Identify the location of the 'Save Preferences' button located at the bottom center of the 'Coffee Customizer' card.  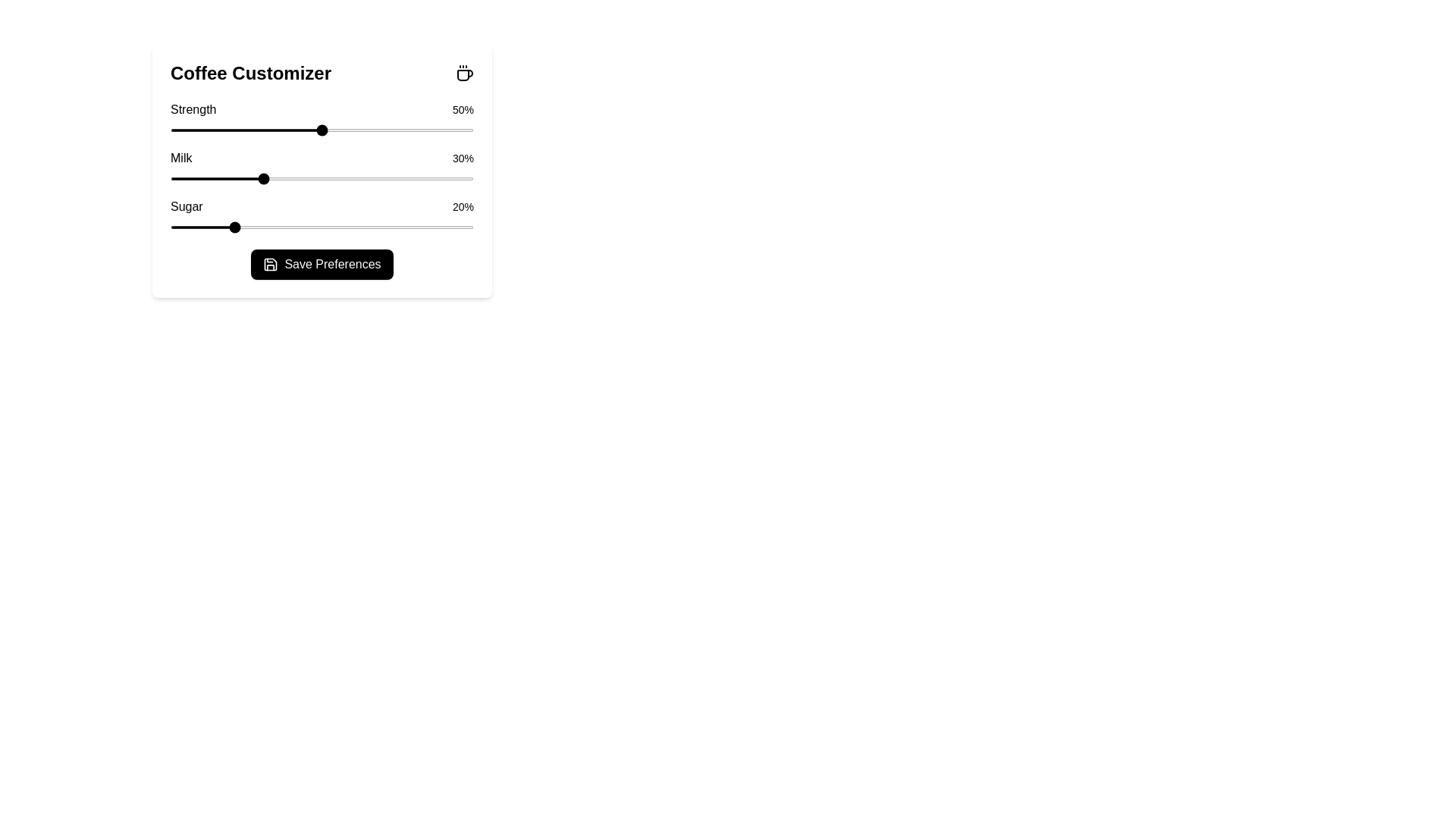
(322, 263).